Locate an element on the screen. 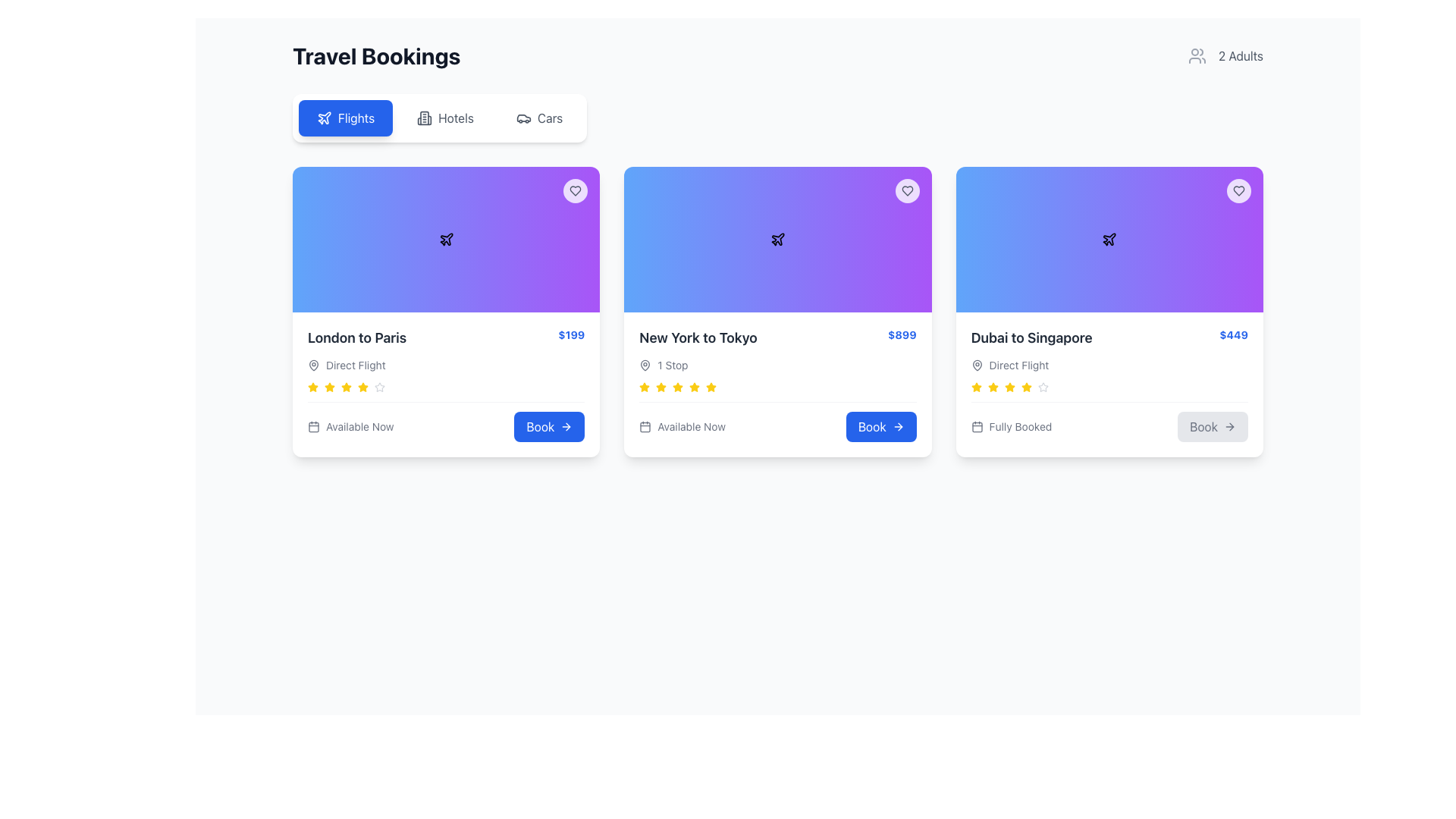 This screenshot has height=819, width=1456. the fifth yellow star icon in the ratings bar for 'New York to Tokyo', located below '1 Stop' and above 'Available Now' is located at coordinates (677, 386).